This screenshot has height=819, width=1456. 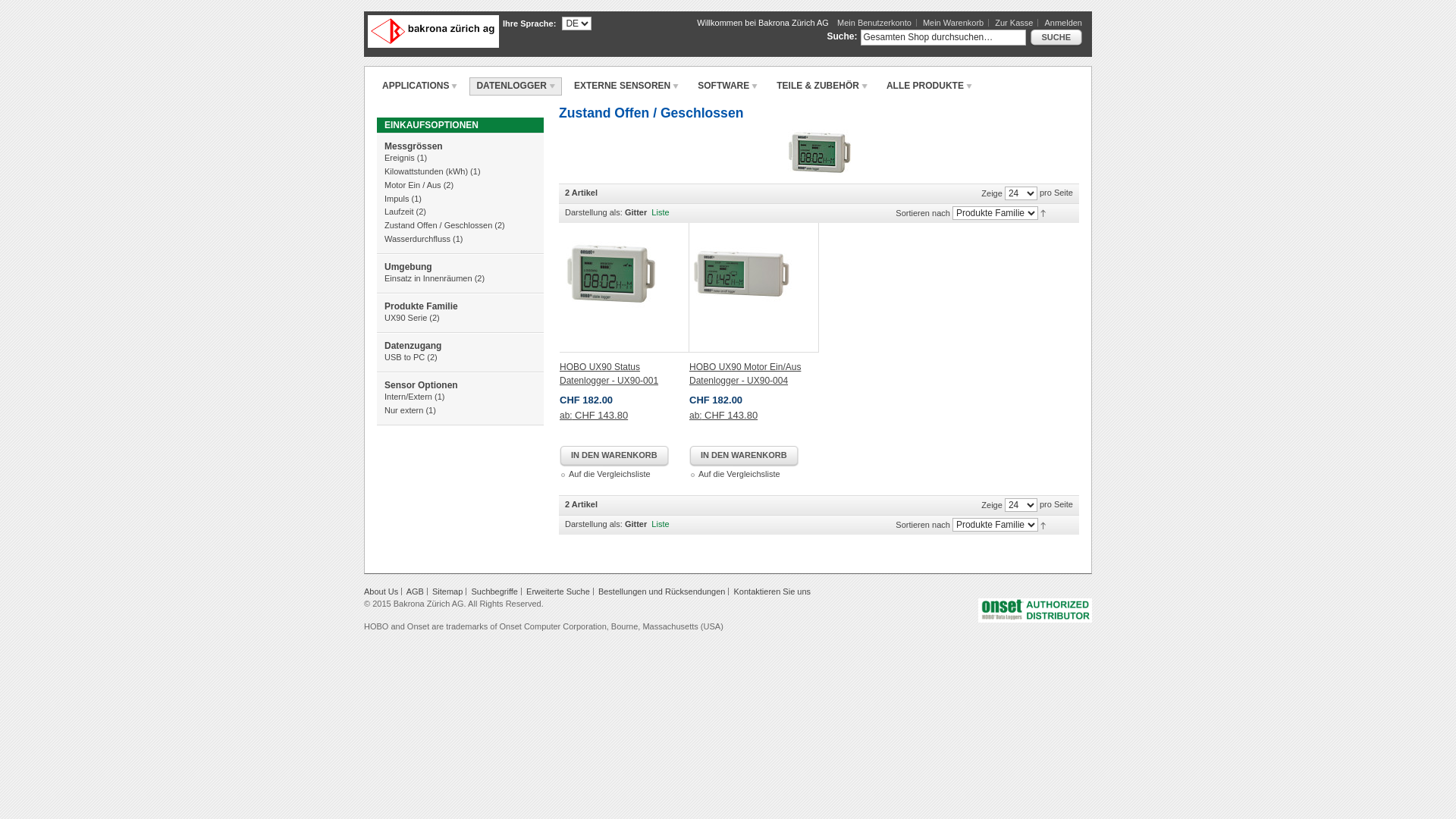 I want to click on 'About Us', so click(x=381, y=590).